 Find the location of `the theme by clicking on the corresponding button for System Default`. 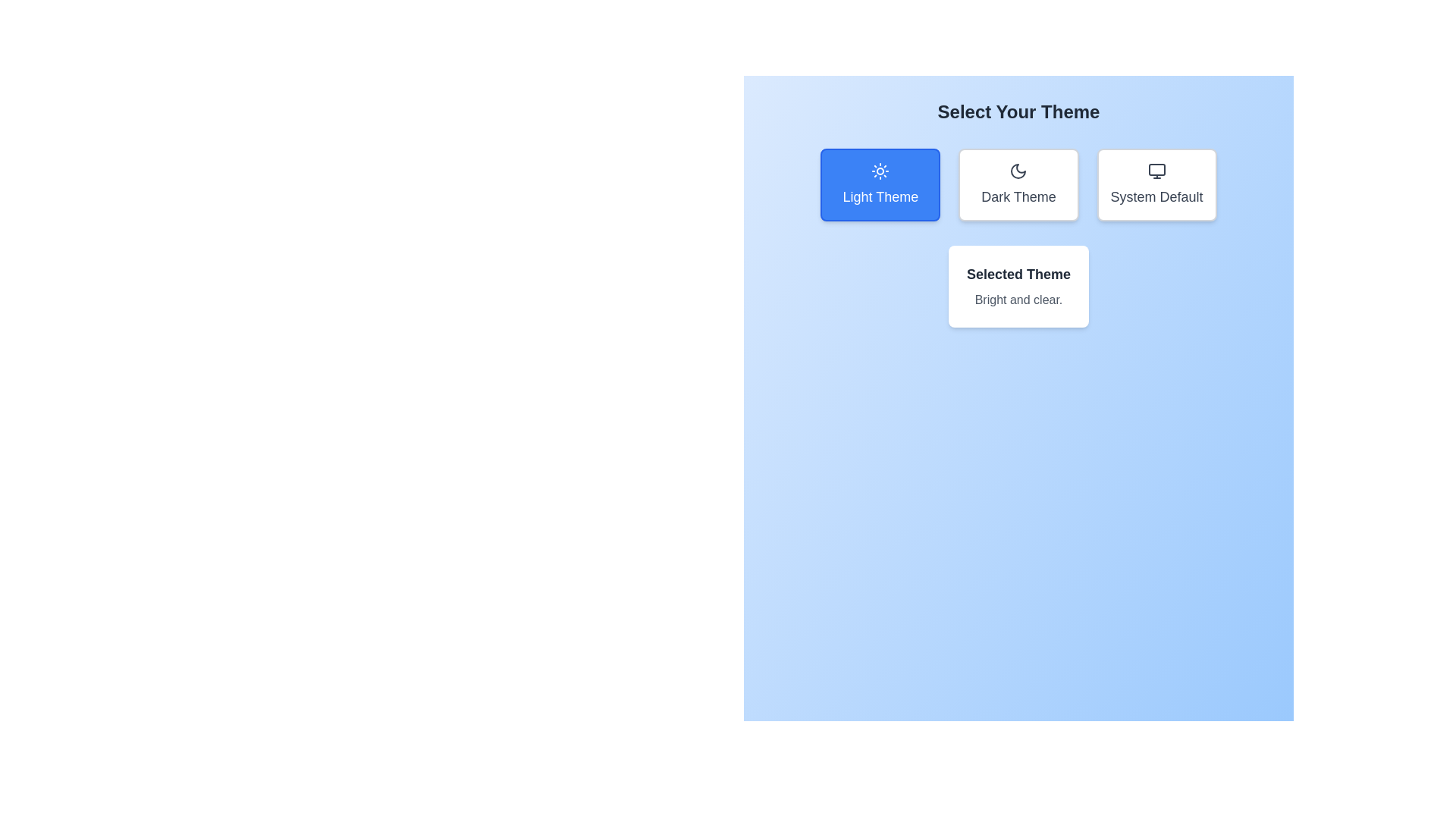

the theme by clicking on the corresponding button for System Default is located at coordinates (1156, 184).